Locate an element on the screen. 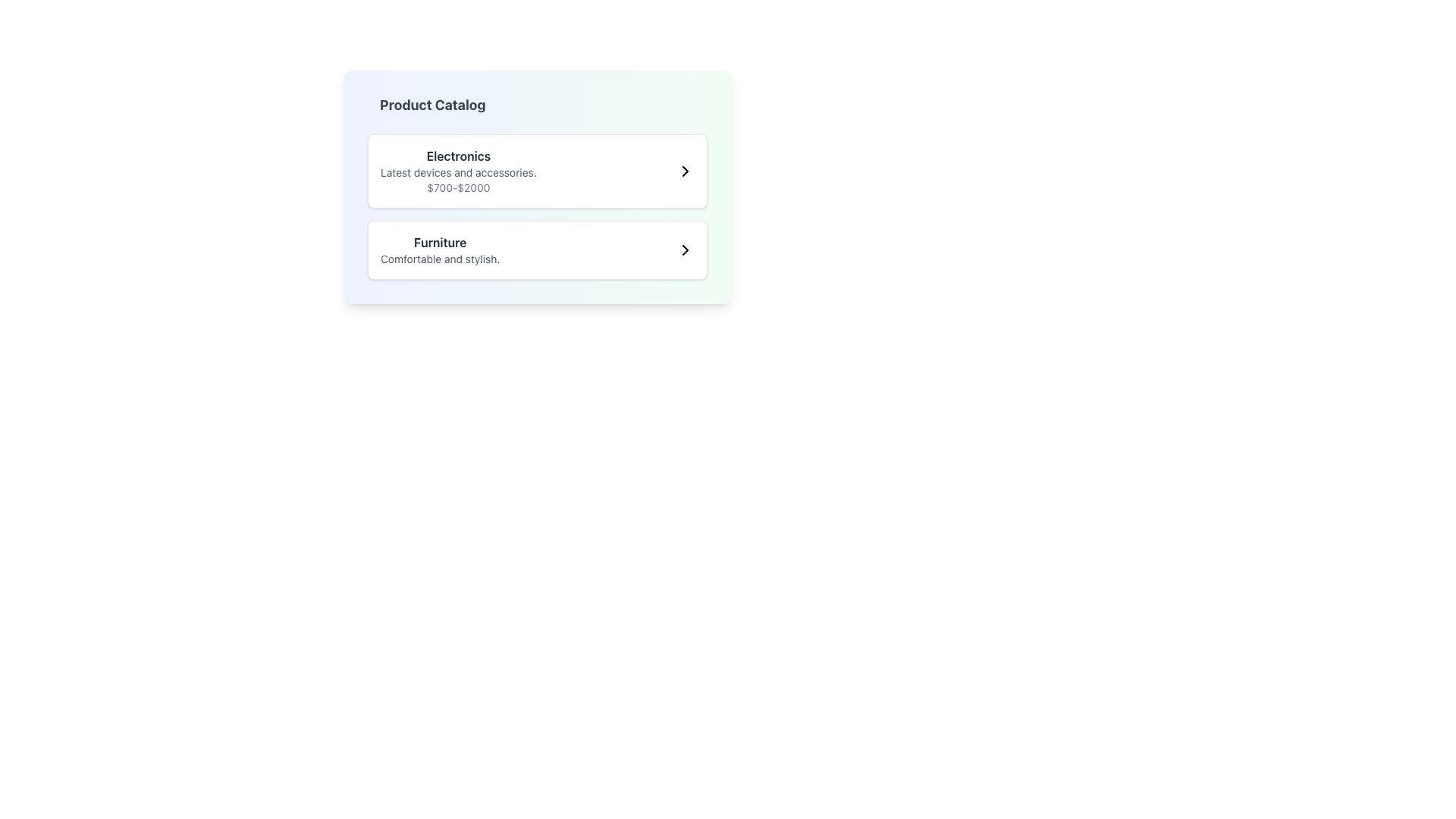  static text label displaying 'Electronics', which is positioned at the top of the content box for electronics products is located at coordinates (457, 155).